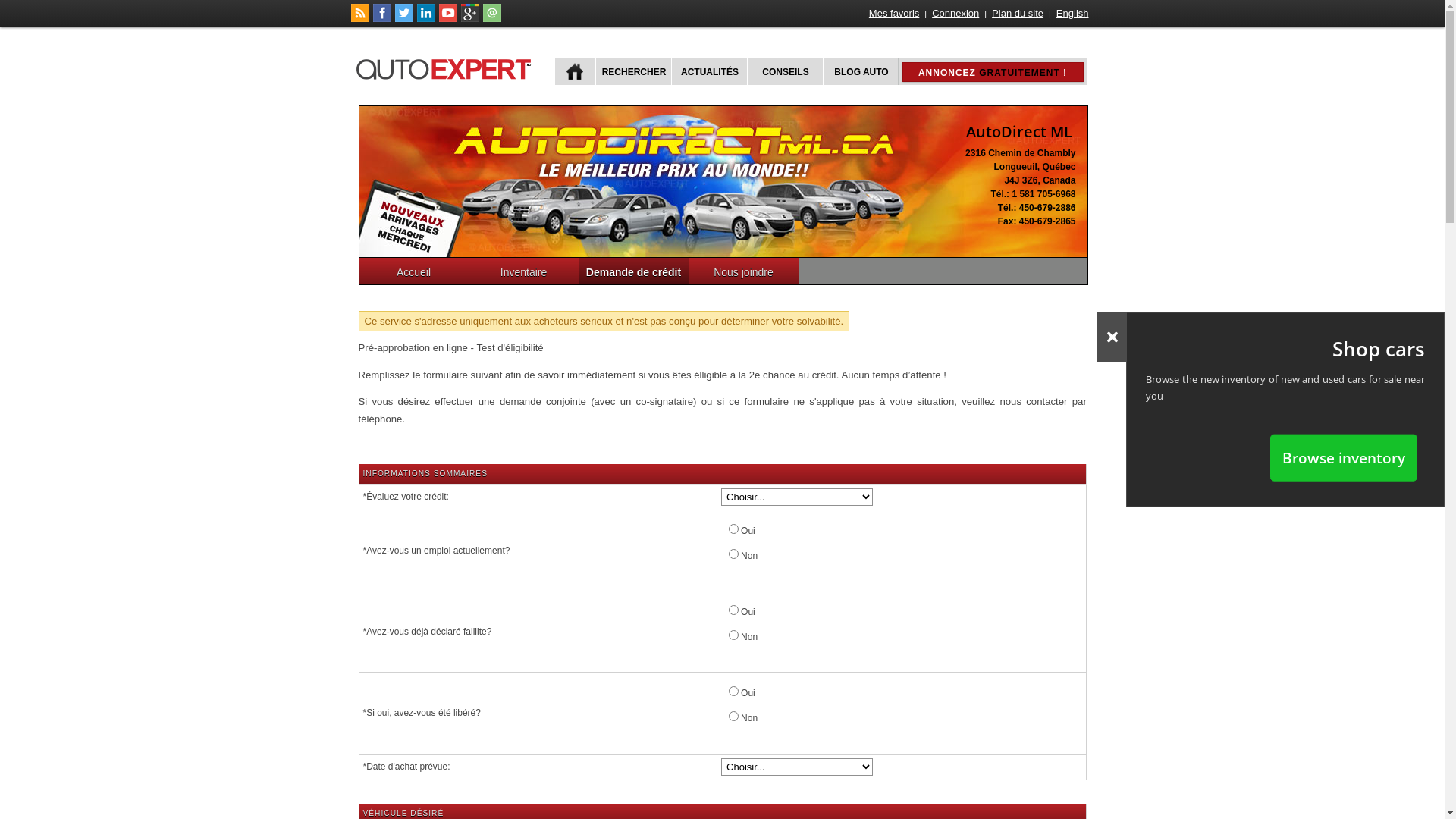  What do you see at coordinates (745, 71) in the screenshot?
I see `'CONSEILS'` at bounding box center [745, 71].